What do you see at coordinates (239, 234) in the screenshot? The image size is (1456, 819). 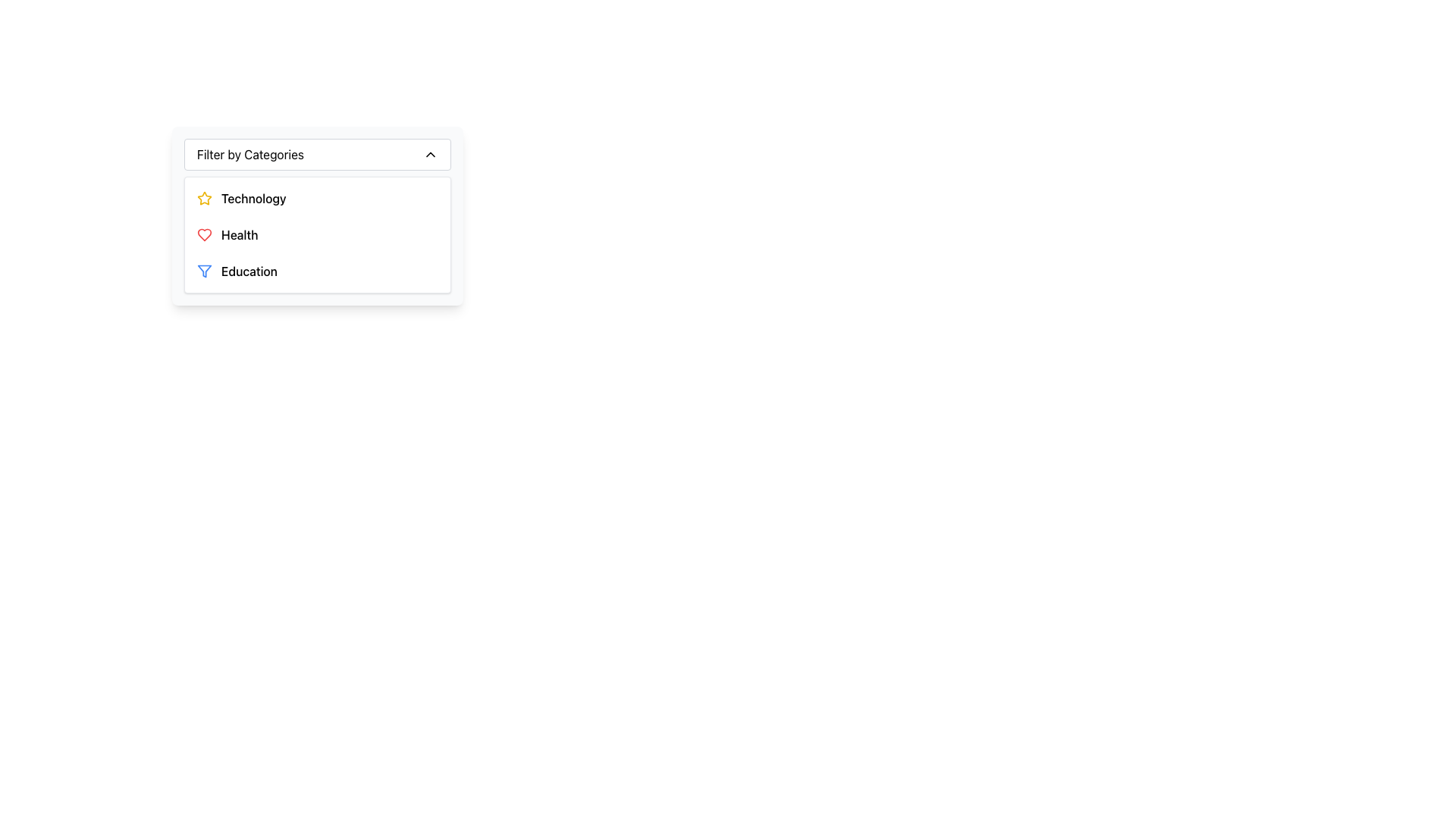 I see `the 'Health' text label, which is the second item in the dropdown list under 'Filter by Categories,' positioned to the right of a red heart icon` at bounding box center [239, 234].